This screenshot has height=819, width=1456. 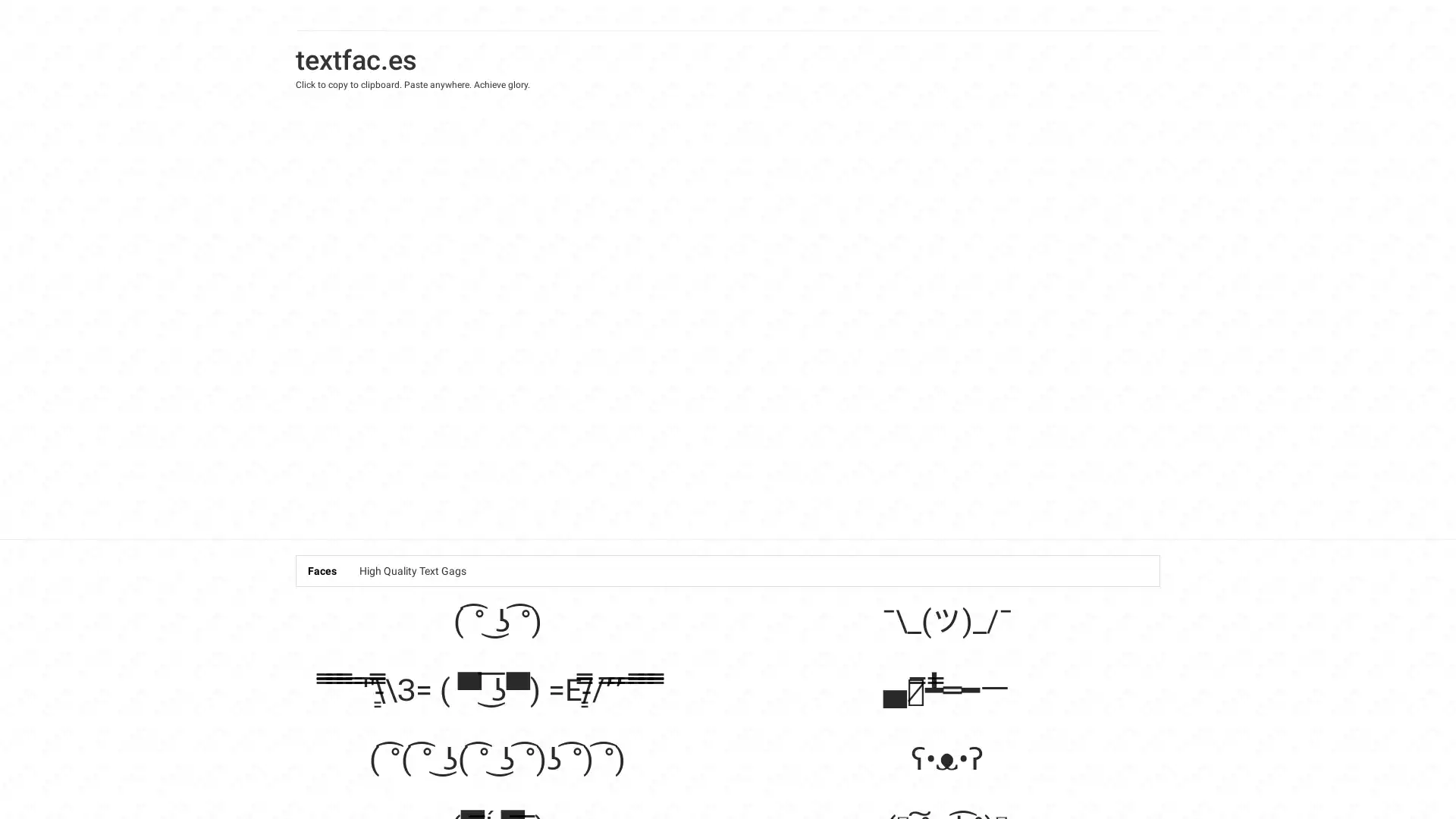 I want to click on ''\\= (  ) =//, so click(x=497, y=689).